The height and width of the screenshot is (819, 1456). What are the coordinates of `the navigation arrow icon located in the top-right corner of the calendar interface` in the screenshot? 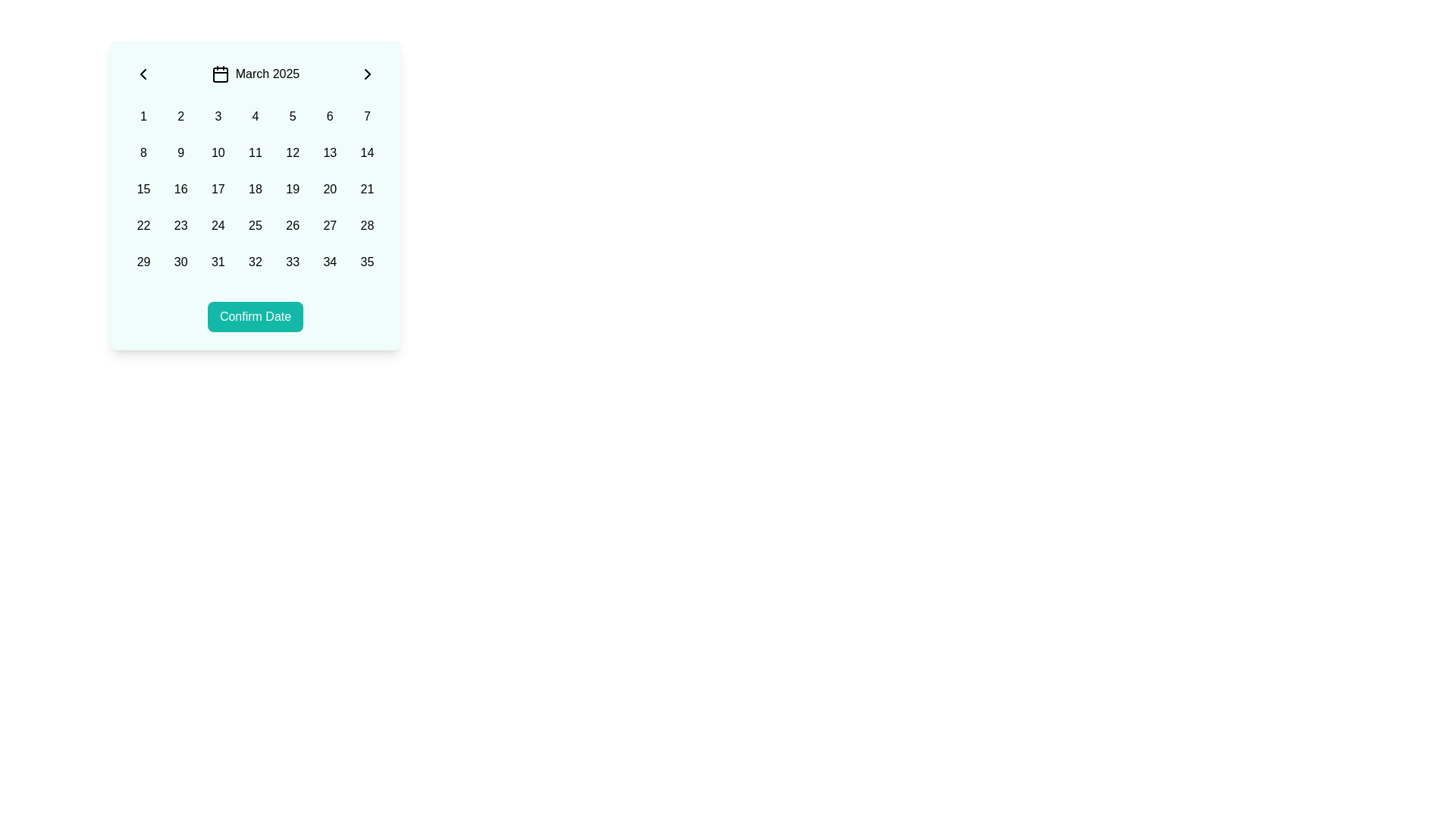 It's located at (367, 74).